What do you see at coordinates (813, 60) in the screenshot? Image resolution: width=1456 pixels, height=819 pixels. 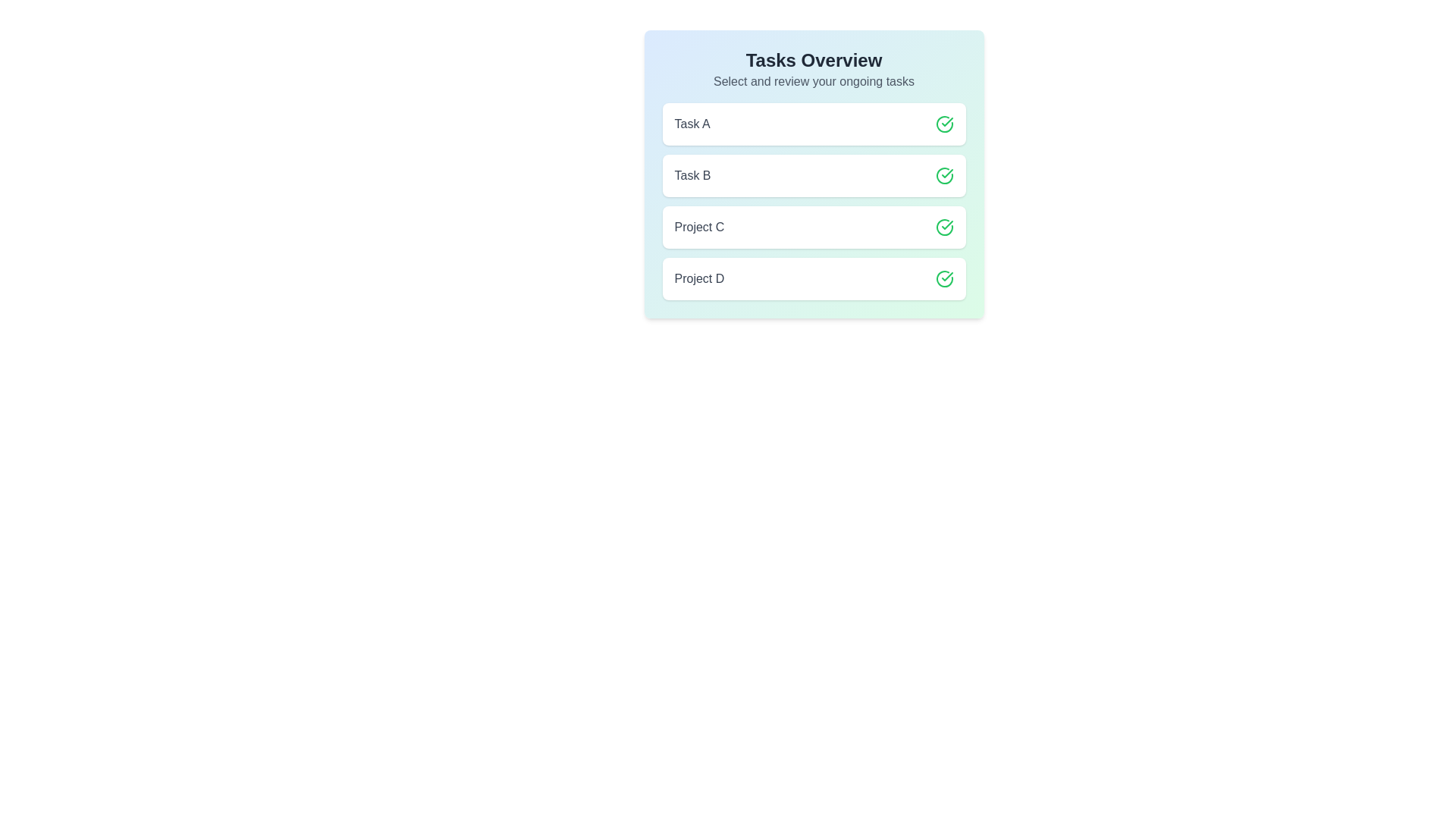 I see `the text area: header` at bounding box center [813, 60].